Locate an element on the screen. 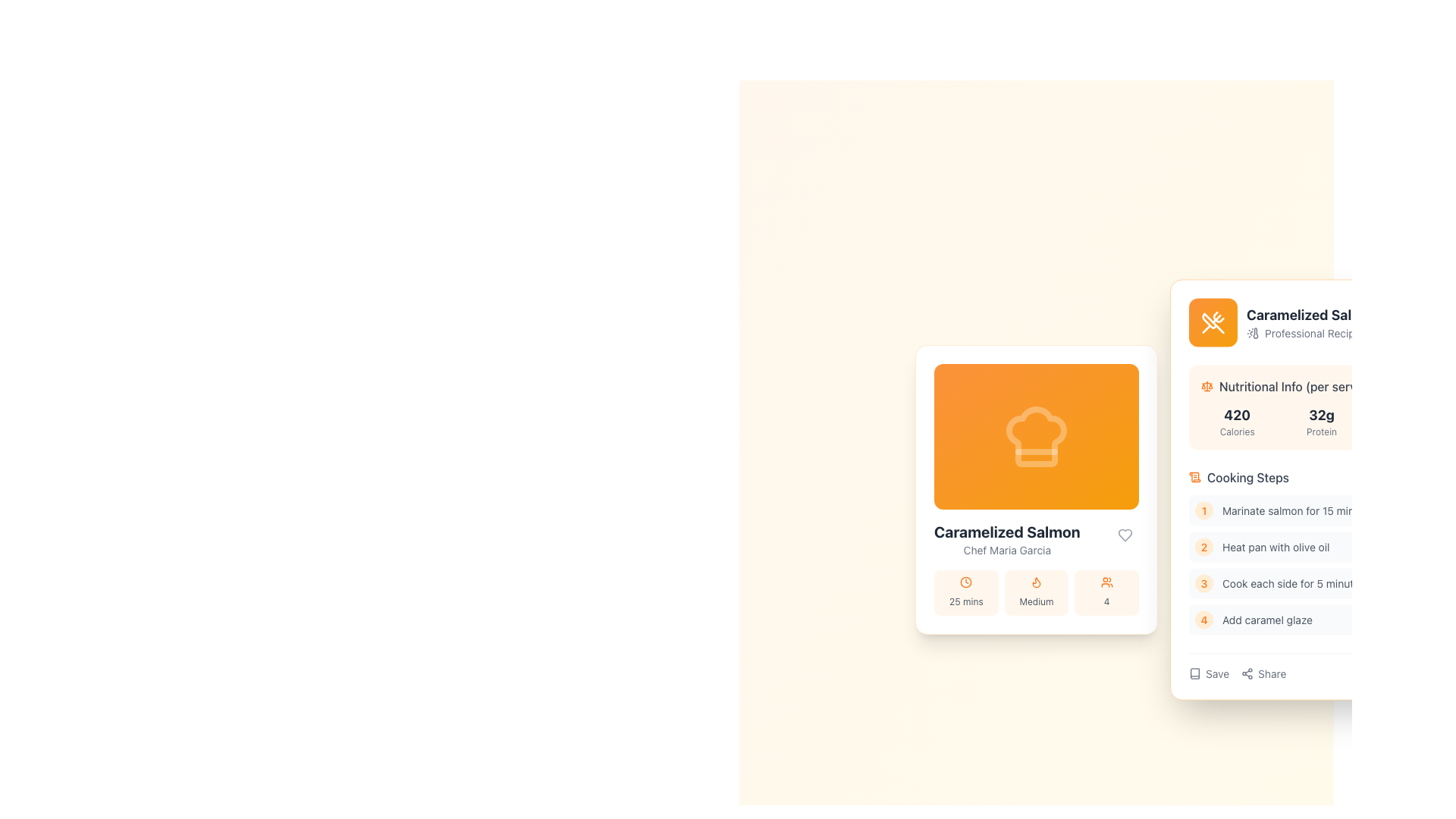 The image size is (1456, 819). the 'Save' option in the Interactive Menu located at the bottom of the recipe panel to bookmark the recipe is located at coordinates (1238, 673).